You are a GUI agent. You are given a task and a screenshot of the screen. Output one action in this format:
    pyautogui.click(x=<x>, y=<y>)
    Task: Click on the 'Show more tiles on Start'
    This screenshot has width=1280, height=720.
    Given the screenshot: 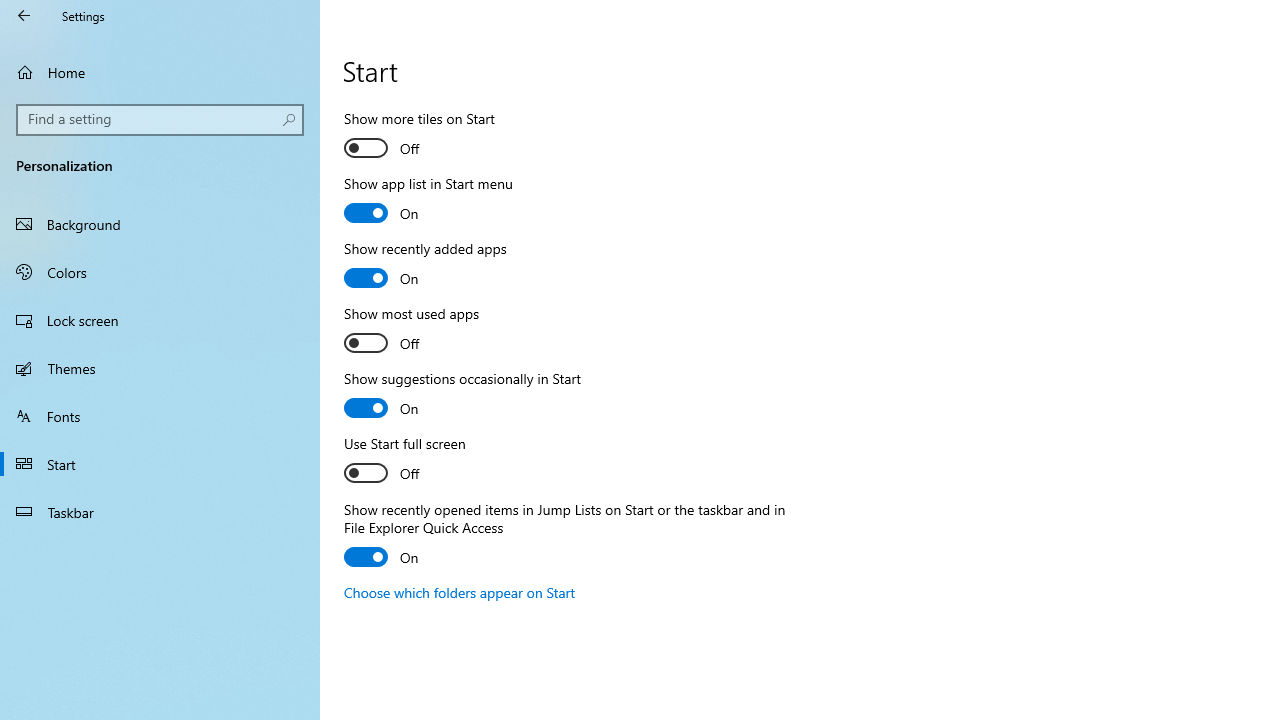 What is the action you would take?
    pyautogui.click(x=418, y=135)
    